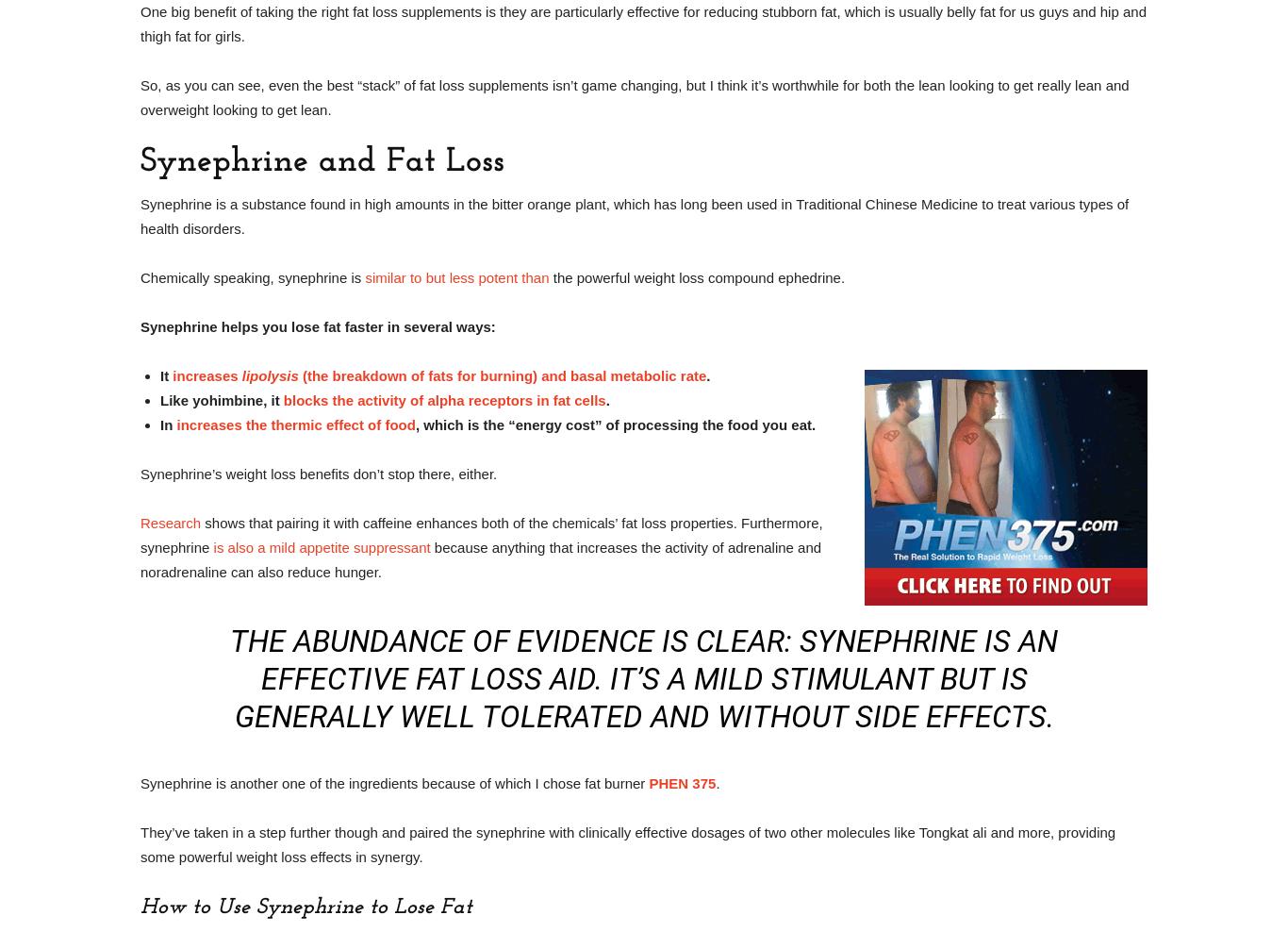 Image resolution: width=1288 pixels, height=932 pixels. Describe the element at coordinates (481, 535) in the screenshot. I see `'shows that pairing it with caffeine enhances both of the chemicals’ fat loss properties. Furthermore, synephrine'` at that location.